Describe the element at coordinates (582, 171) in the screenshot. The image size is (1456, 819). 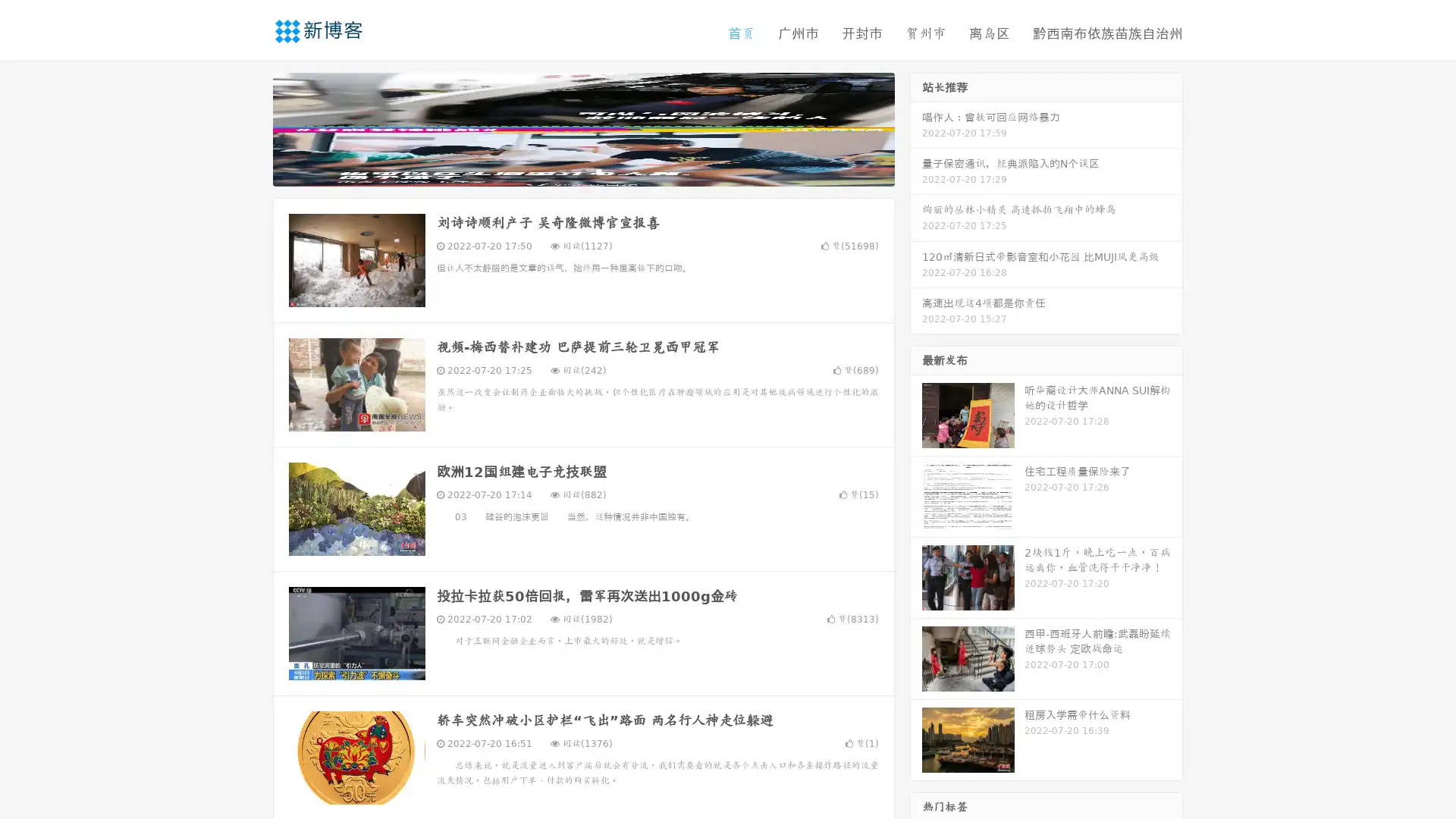
I see `Go to slide 2` at that location.